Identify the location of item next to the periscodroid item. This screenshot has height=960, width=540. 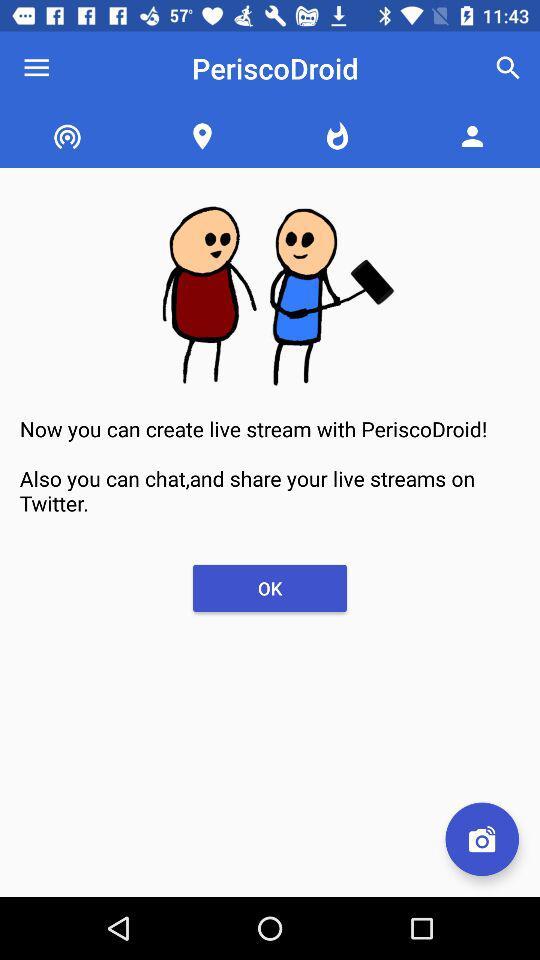
(508, 68).